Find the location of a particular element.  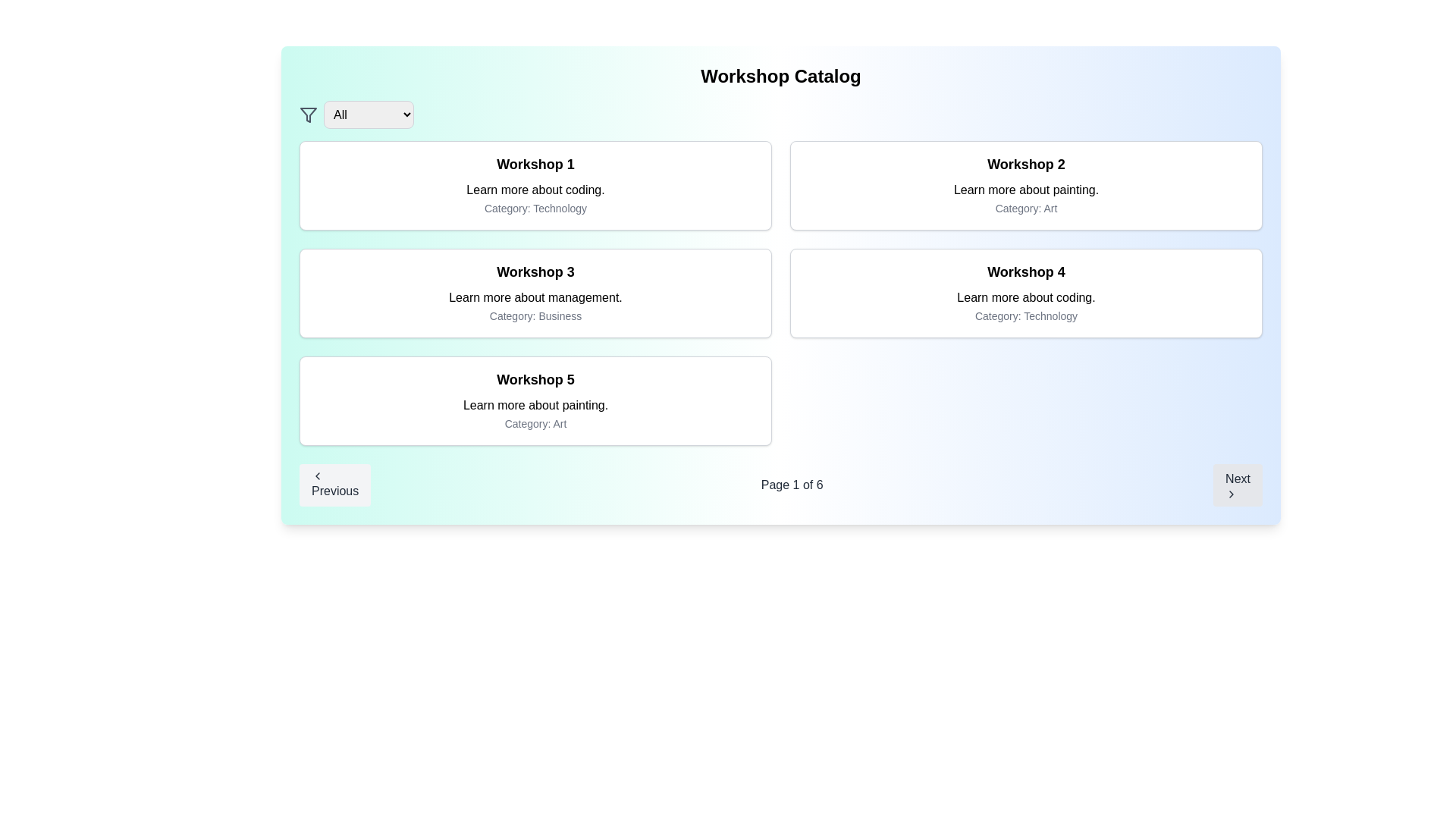

the button with a chevron icon located in the bottom-right corner of the interface is located at coordinates (1238, 485).